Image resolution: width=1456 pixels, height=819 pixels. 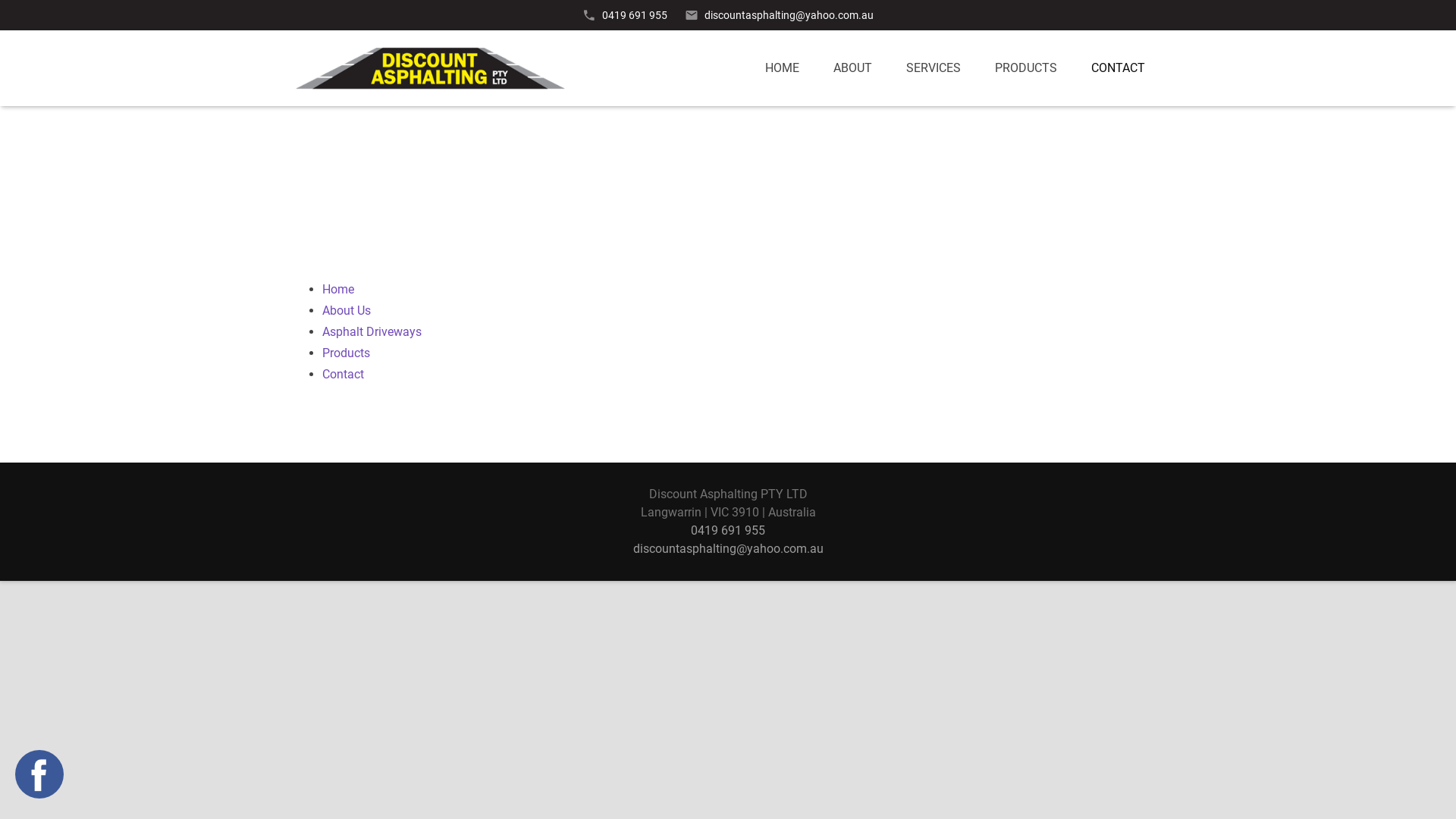 What do you see at coordinates (337, 289) in the screenshot?
I see `'Home'` at bounding box center [337, 289].